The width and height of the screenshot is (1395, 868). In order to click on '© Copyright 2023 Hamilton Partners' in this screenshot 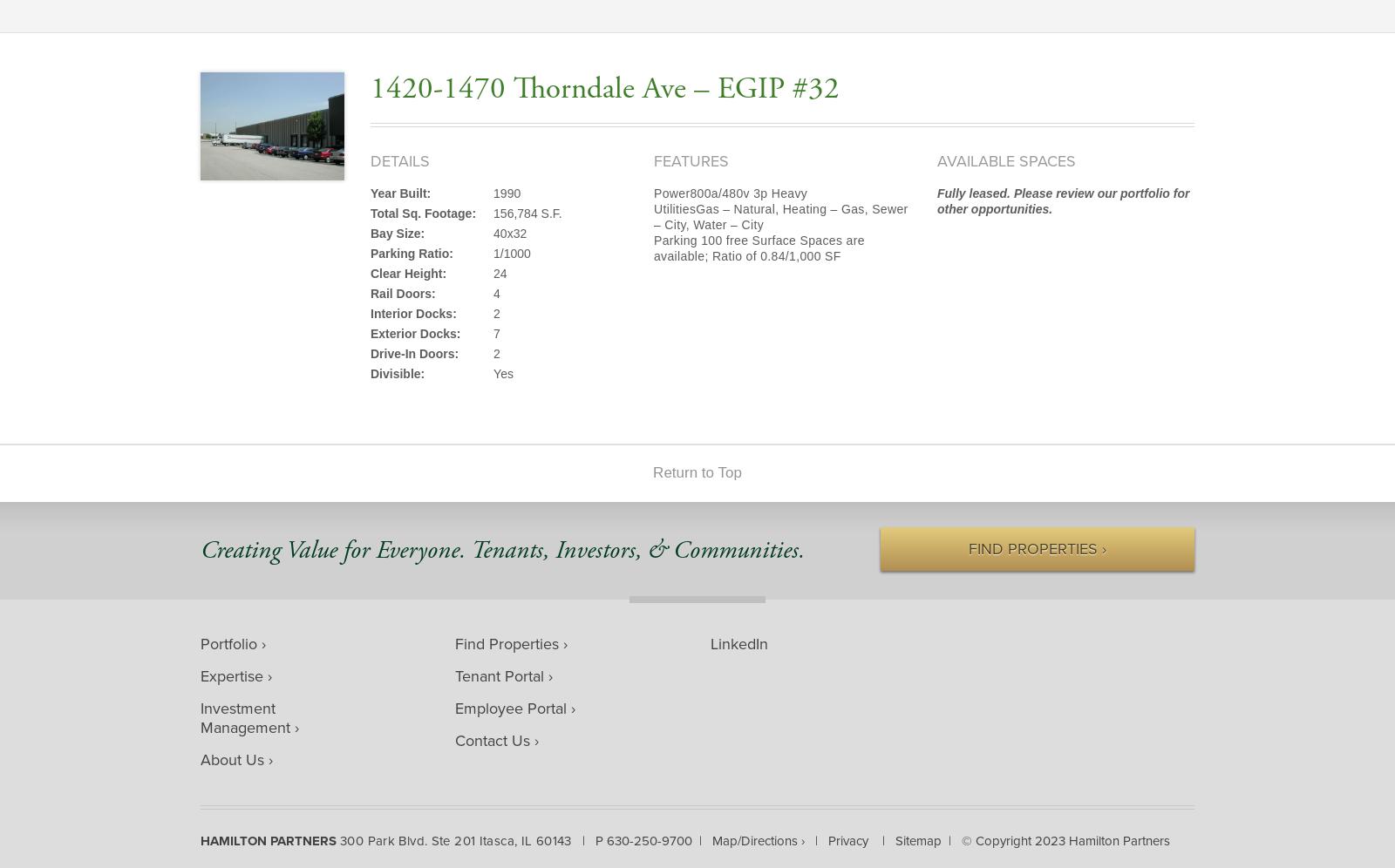, I will do `click(1064, 839)`.